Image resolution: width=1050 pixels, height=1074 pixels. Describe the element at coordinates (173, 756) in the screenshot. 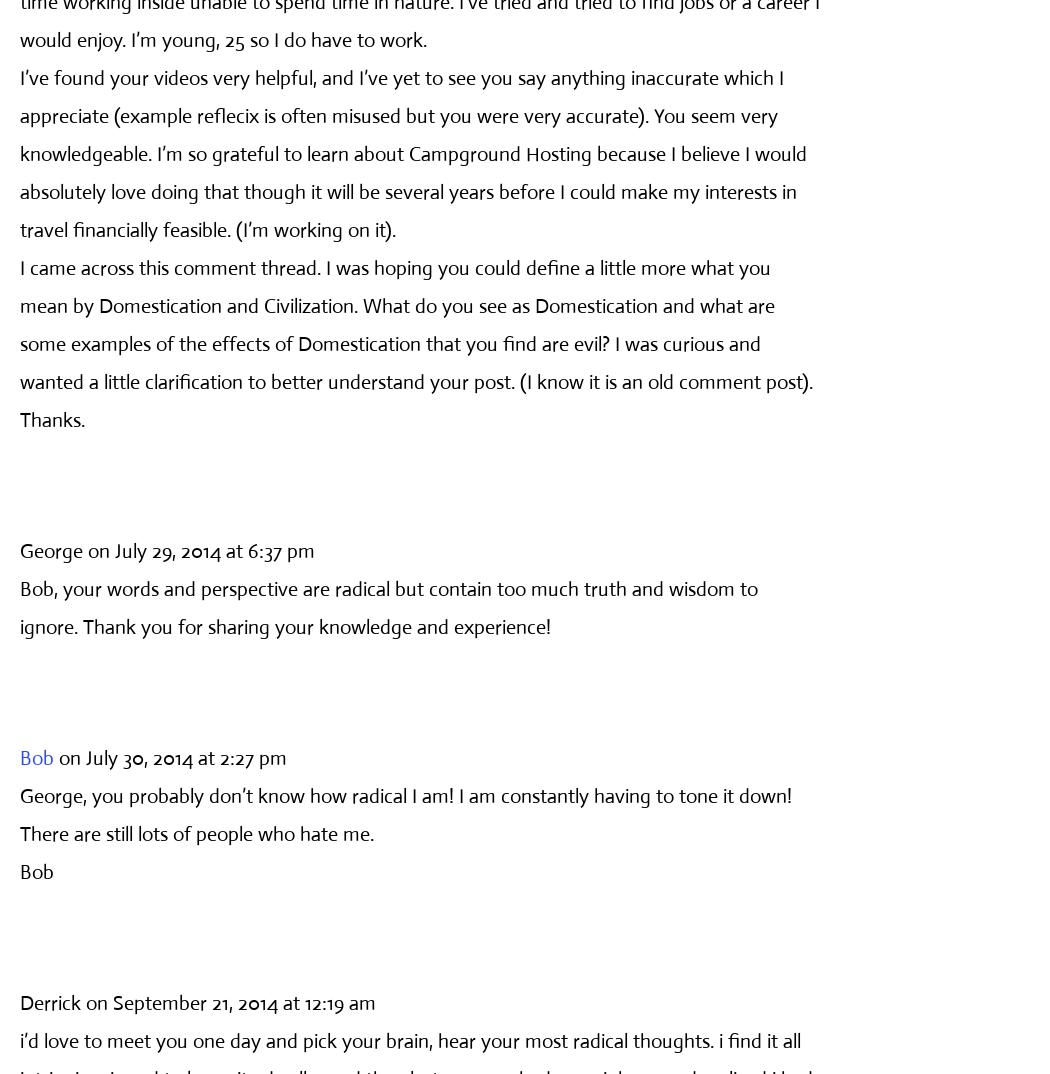

I see `'on July 30, 2014 at 2:27 pm'` at that location.